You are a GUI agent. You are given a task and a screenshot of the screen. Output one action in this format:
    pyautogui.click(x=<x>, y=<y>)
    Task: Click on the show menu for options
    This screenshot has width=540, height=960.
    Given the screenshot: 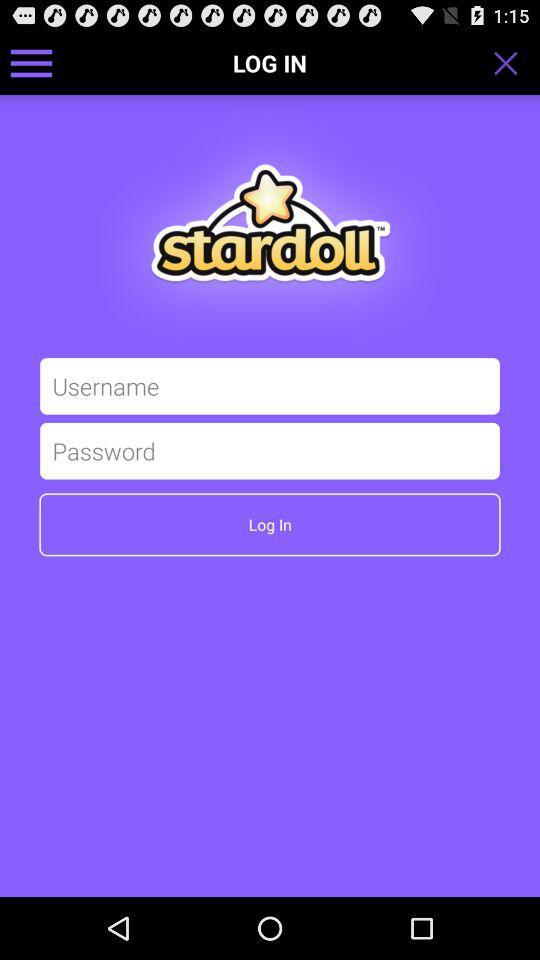 What is the action you would take?
    pyautogui.click(x=30, y=62)
    